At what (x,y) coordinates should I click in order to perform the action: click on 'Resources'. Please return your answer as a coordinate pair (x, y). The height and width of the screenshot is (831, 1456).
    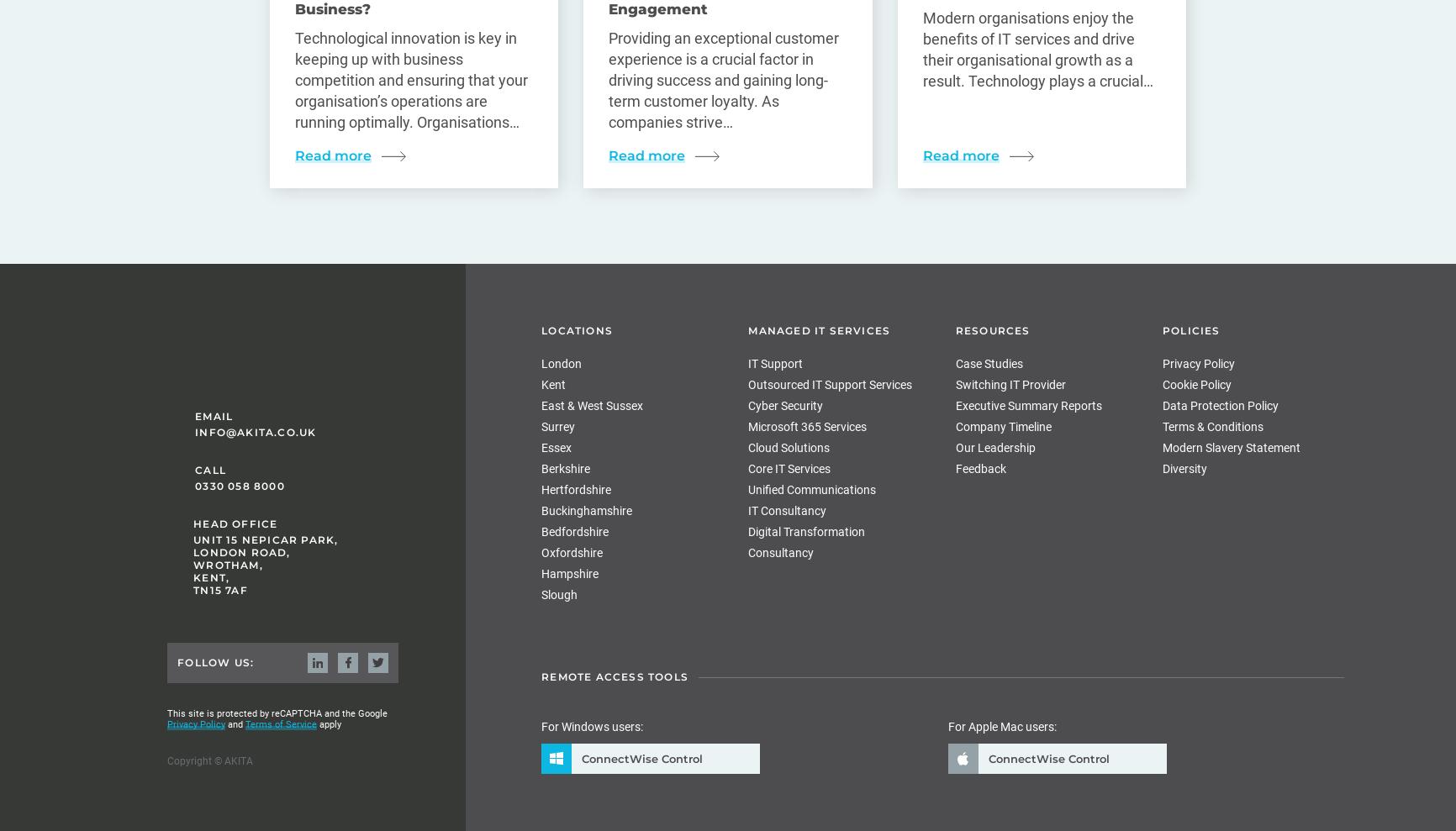
    Looking at the image, I should click on (991, 330).